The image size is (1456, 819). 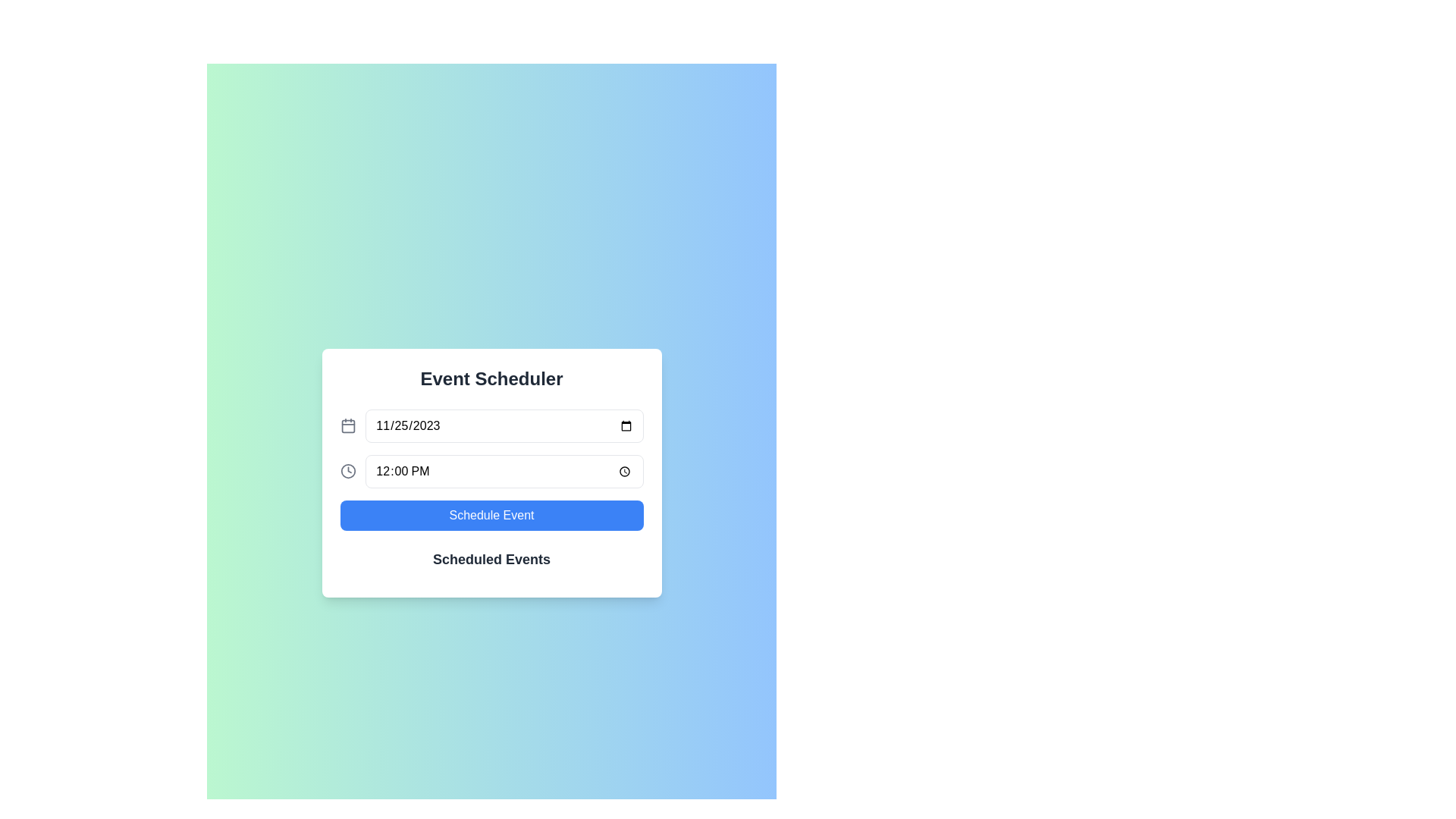 What do you see at coordinates (491, 470) in the screenshot?
I see `the time input field with a value of '12:00 PM' to modify the time` at bounding box center [491, 470].